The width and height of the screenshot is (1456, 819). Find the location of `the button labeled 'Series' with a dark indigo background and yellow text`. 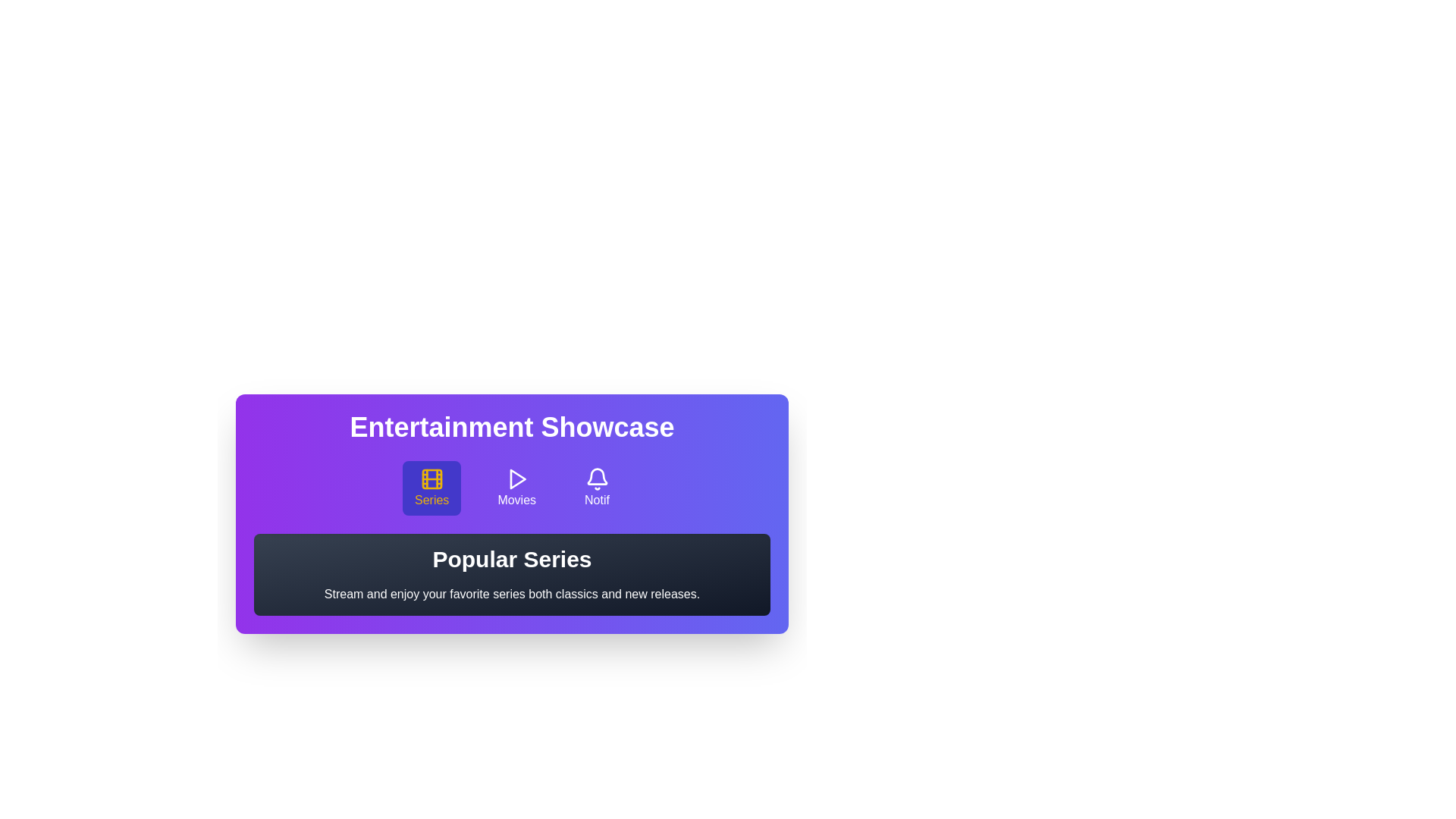

the button labeled 'Series' with a dark indigo background and yellow text is located at coordinates (431, 488).